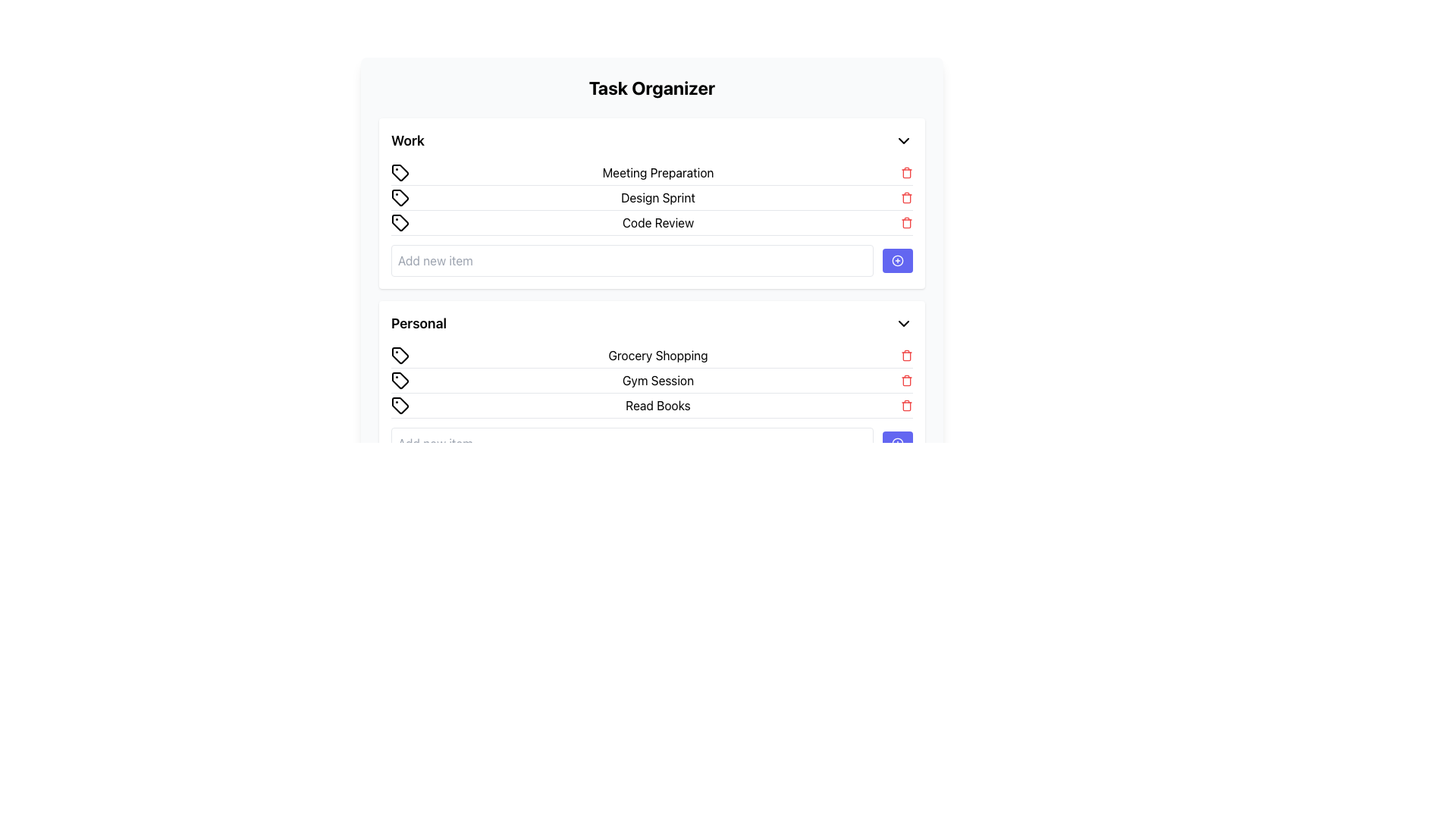 Image resolution: width=1456 pixels, height=819 pixels. I want to click on the 'Code Review' text label, which is styled in black on a white background and located in the third row of tasks under the 'Work' section, so click(658, 222).